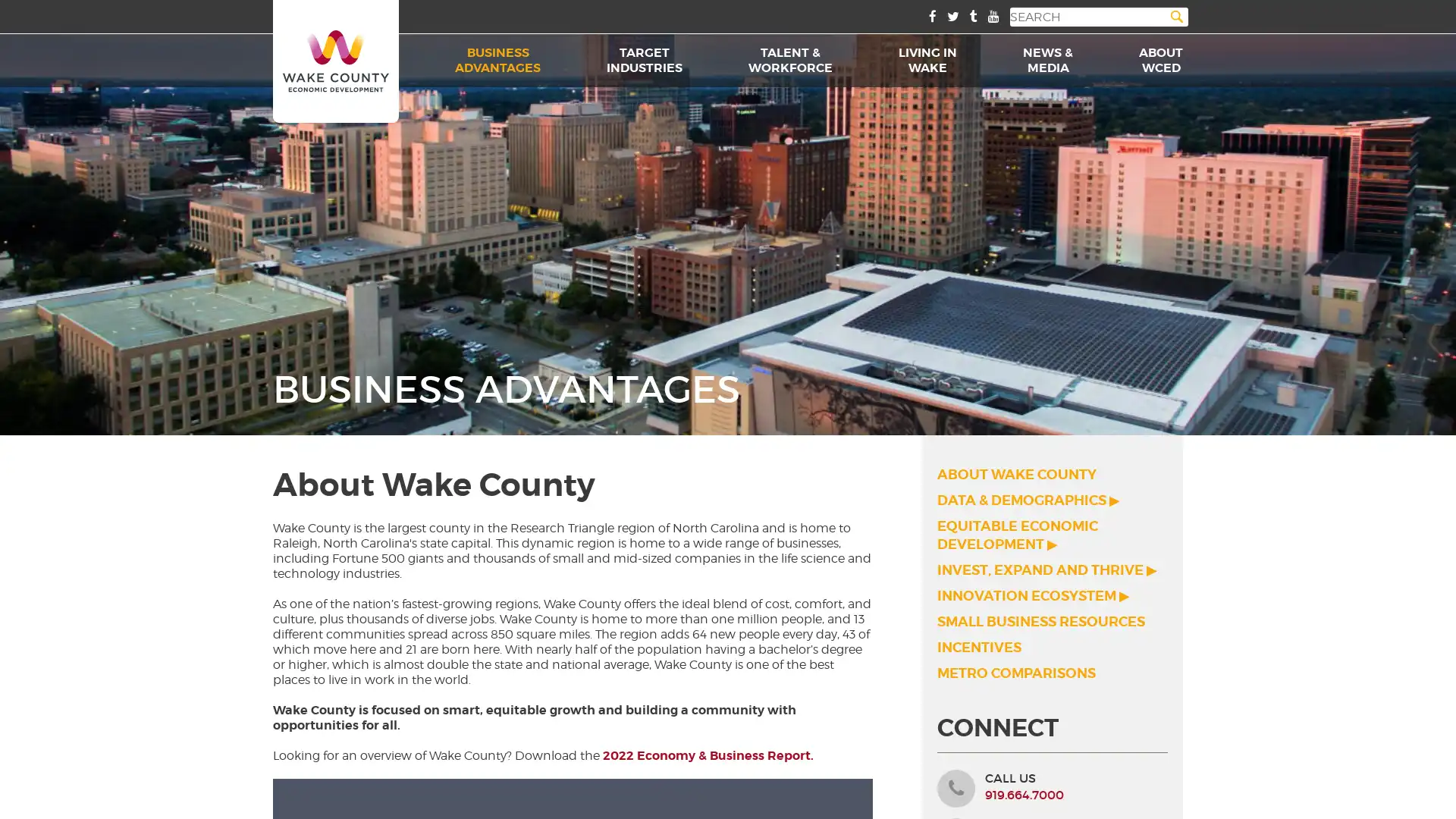 Image resolution: width=1456 pixels, height=819 pixels. Describe the element at coordinates (1175, 17) in the screenshot. I see `Search` at that location.